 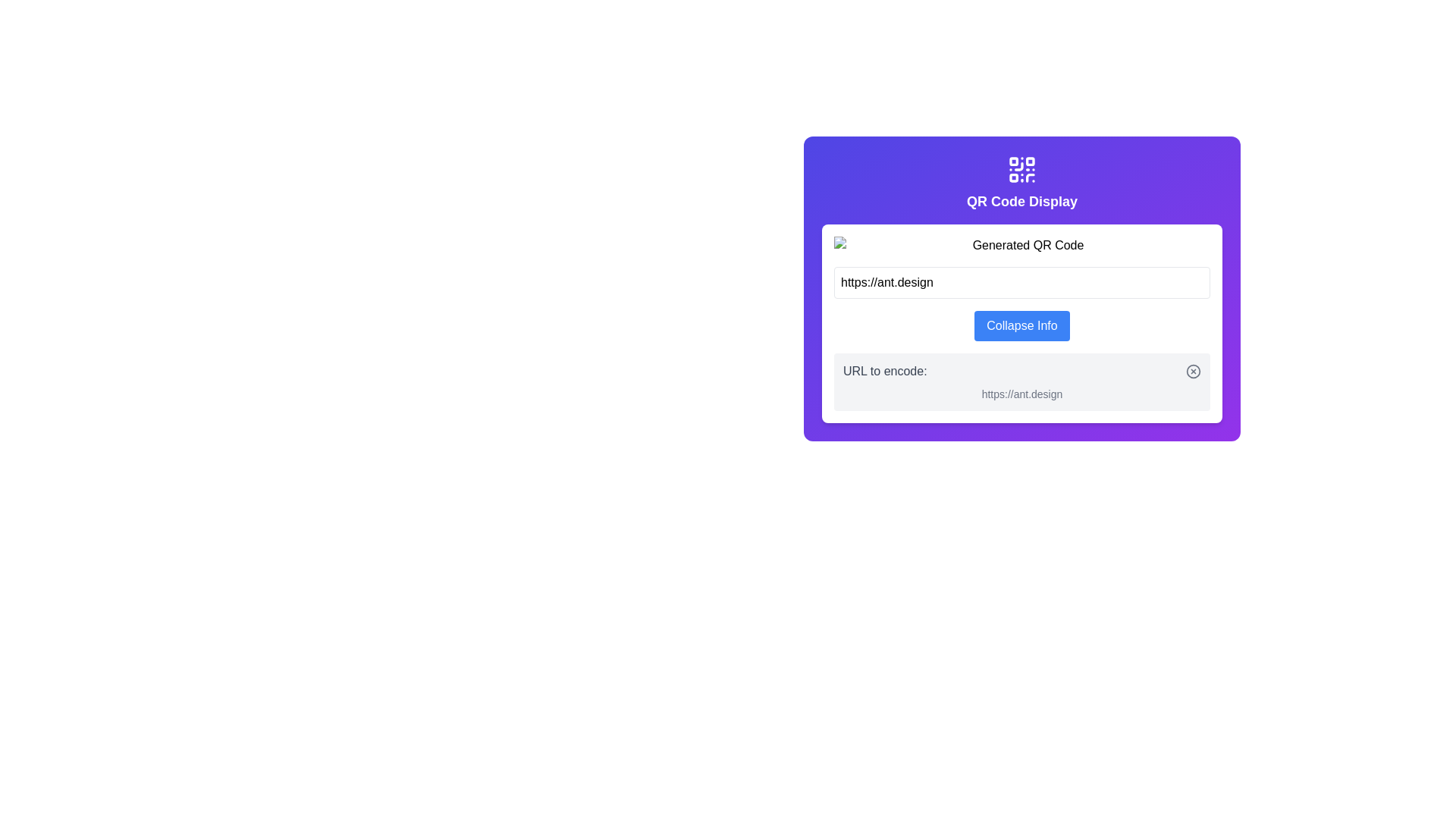 I want to click on the text label that reads 'URL to encode:', which is styled in gray color and located on the left side of the 'QR Code Display' interface, adjacent to an icon, so click(x=885, y=371).